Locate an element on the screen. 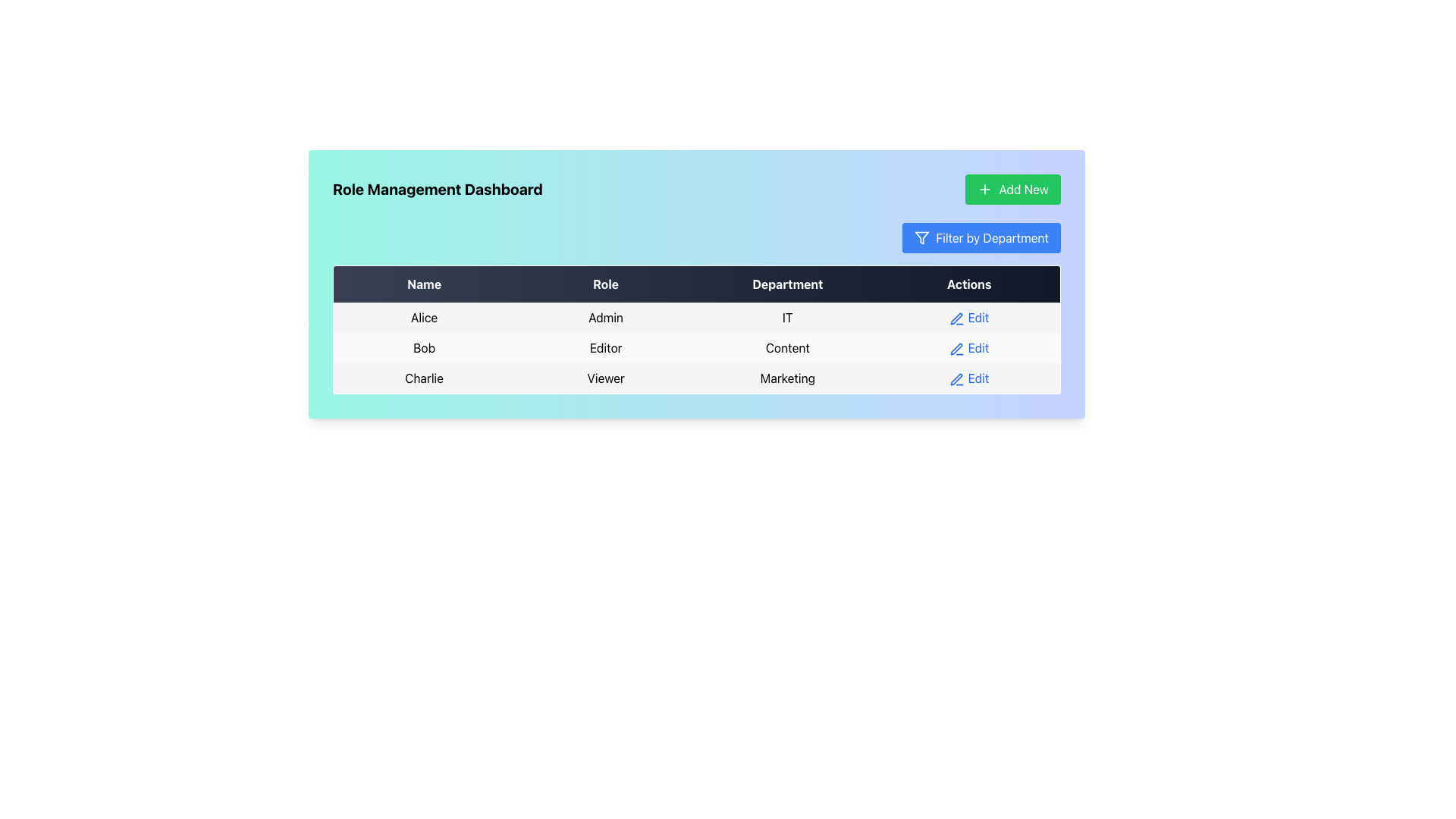 The width and height of the screenshot is (1456, 819). the Hyperlink button with an icon in the last row of the table under the 'Actions' column is located at coordinates (968, 377).